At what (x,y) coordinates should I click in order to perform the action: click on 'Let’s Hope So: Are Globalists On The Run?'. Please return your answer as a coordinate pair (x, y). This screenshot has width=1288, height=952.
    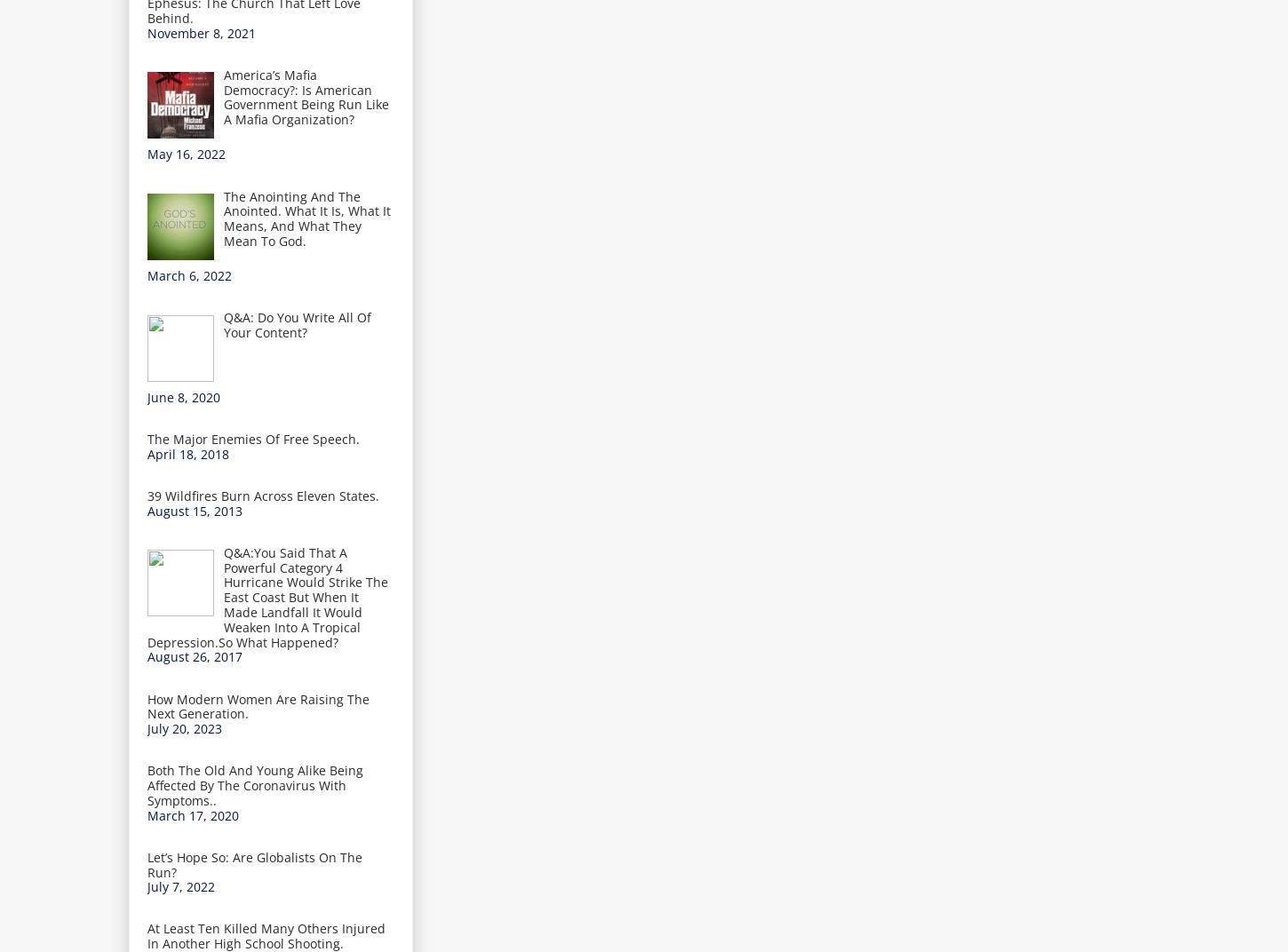
    Looking at the image, I should click on (254, 862).